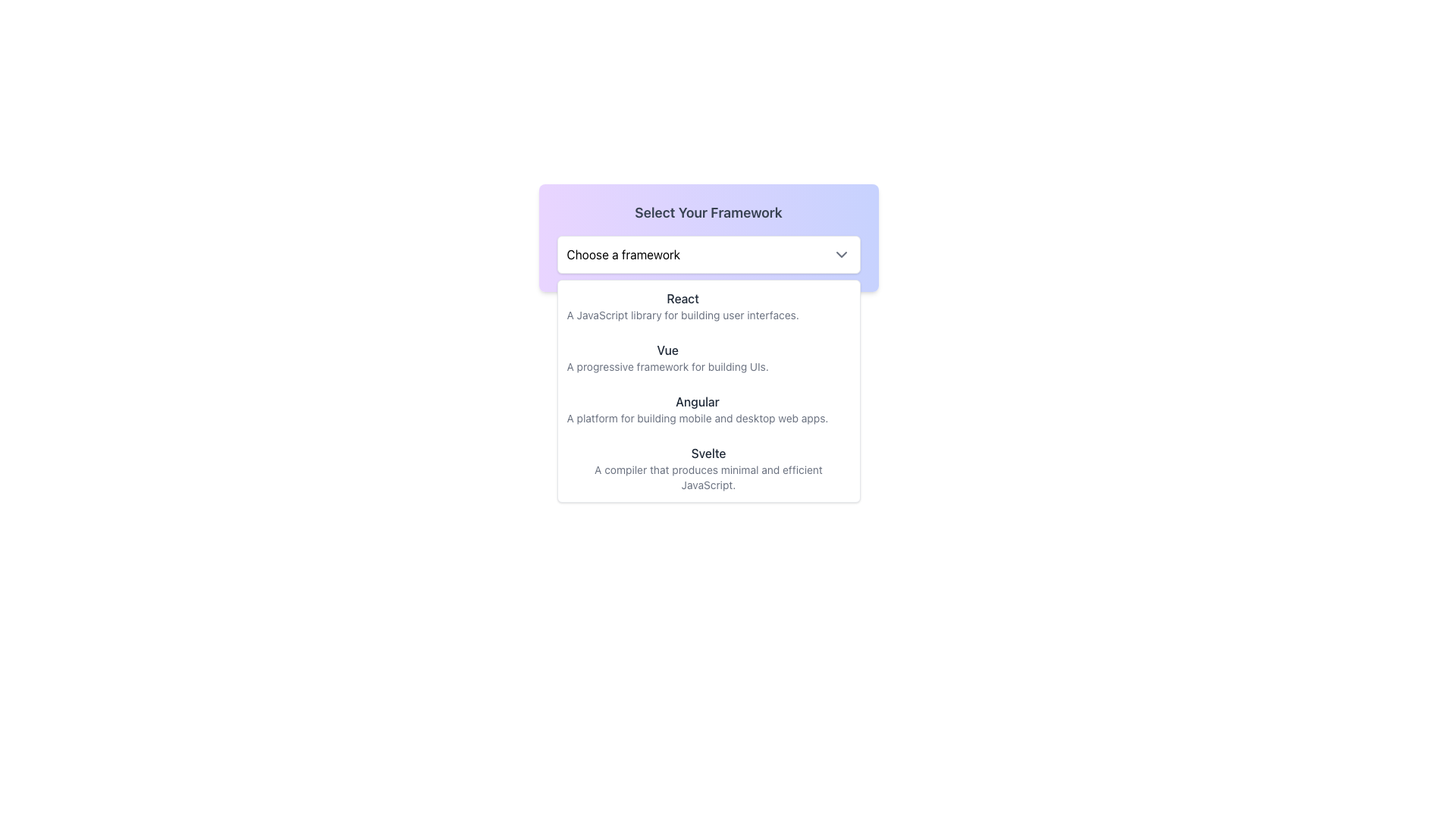 The height and width of the screenshot is (819, 1456). I want to click on the 'Angular' text block, which is the third item under the 'Select Your Framework' heading, to interact with or select it, so click(696, 409).